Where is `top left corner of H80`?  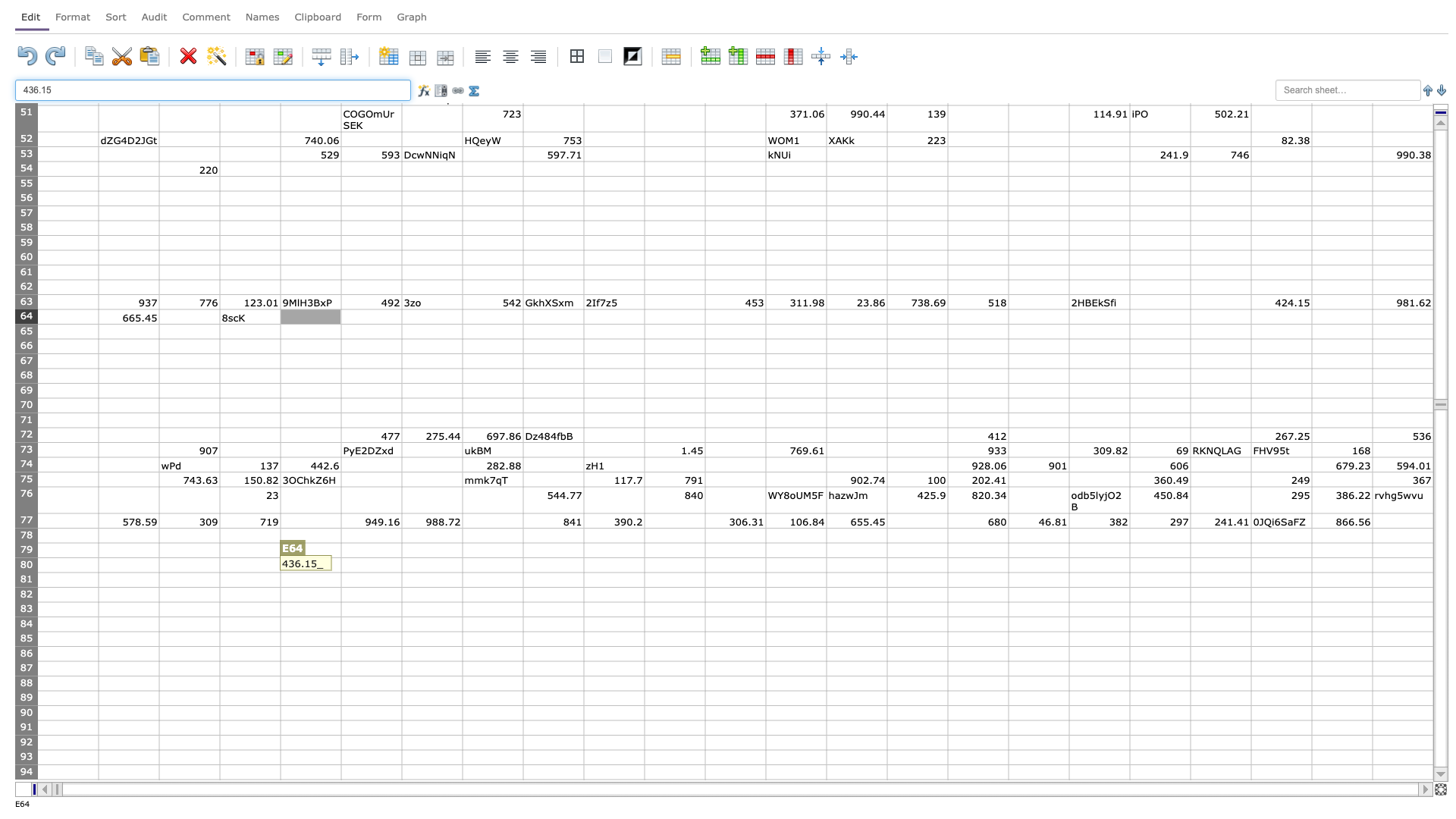
top left corner of H80 is located at coordinates (461, 557).